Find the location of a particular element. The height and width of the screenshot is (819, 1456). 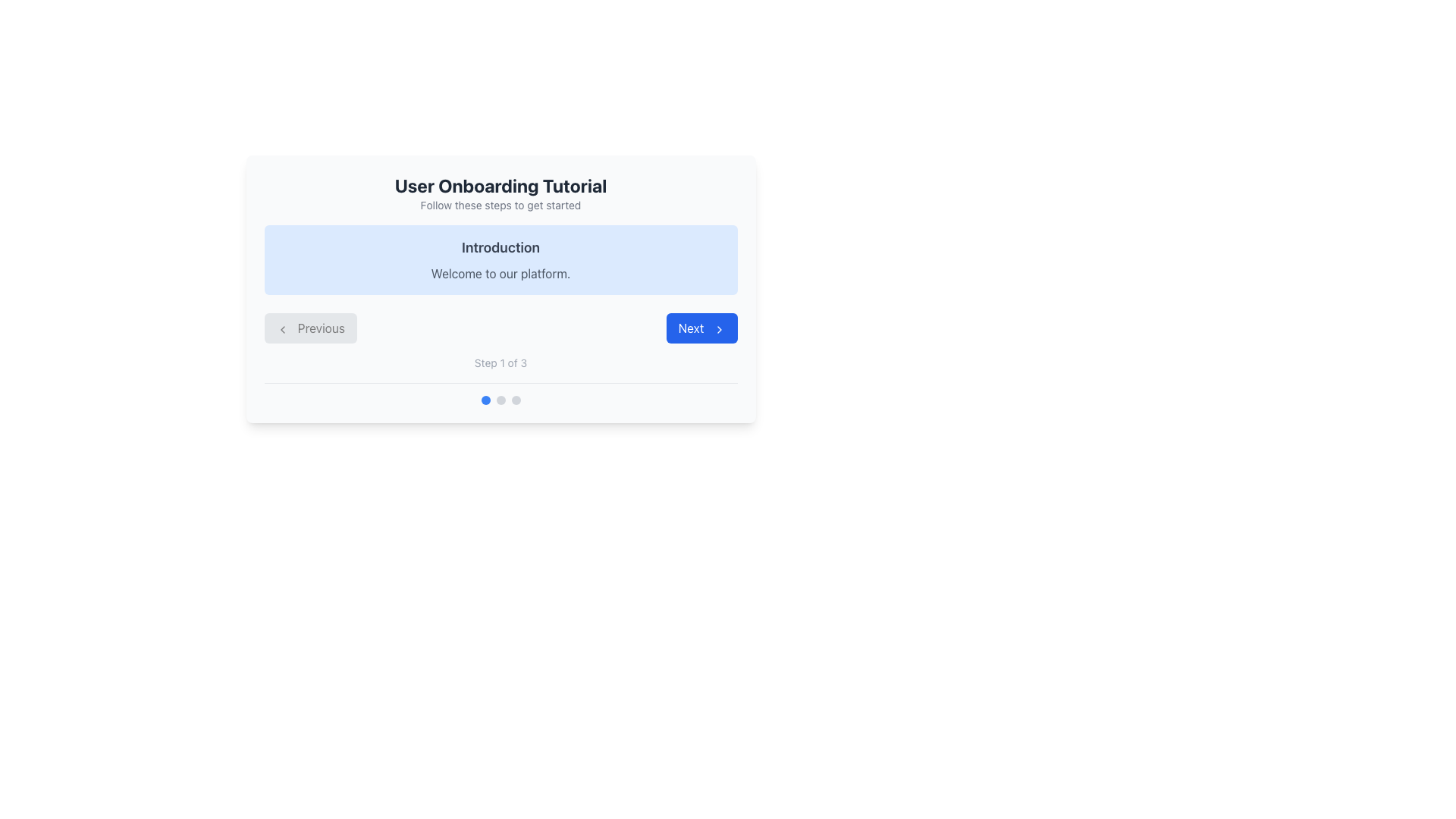

the first circular progress indicator, which is styled with a blue fill and is part of a horizontal sequence of indicators at the bottom of the panel is located at coordinates (485, 400).